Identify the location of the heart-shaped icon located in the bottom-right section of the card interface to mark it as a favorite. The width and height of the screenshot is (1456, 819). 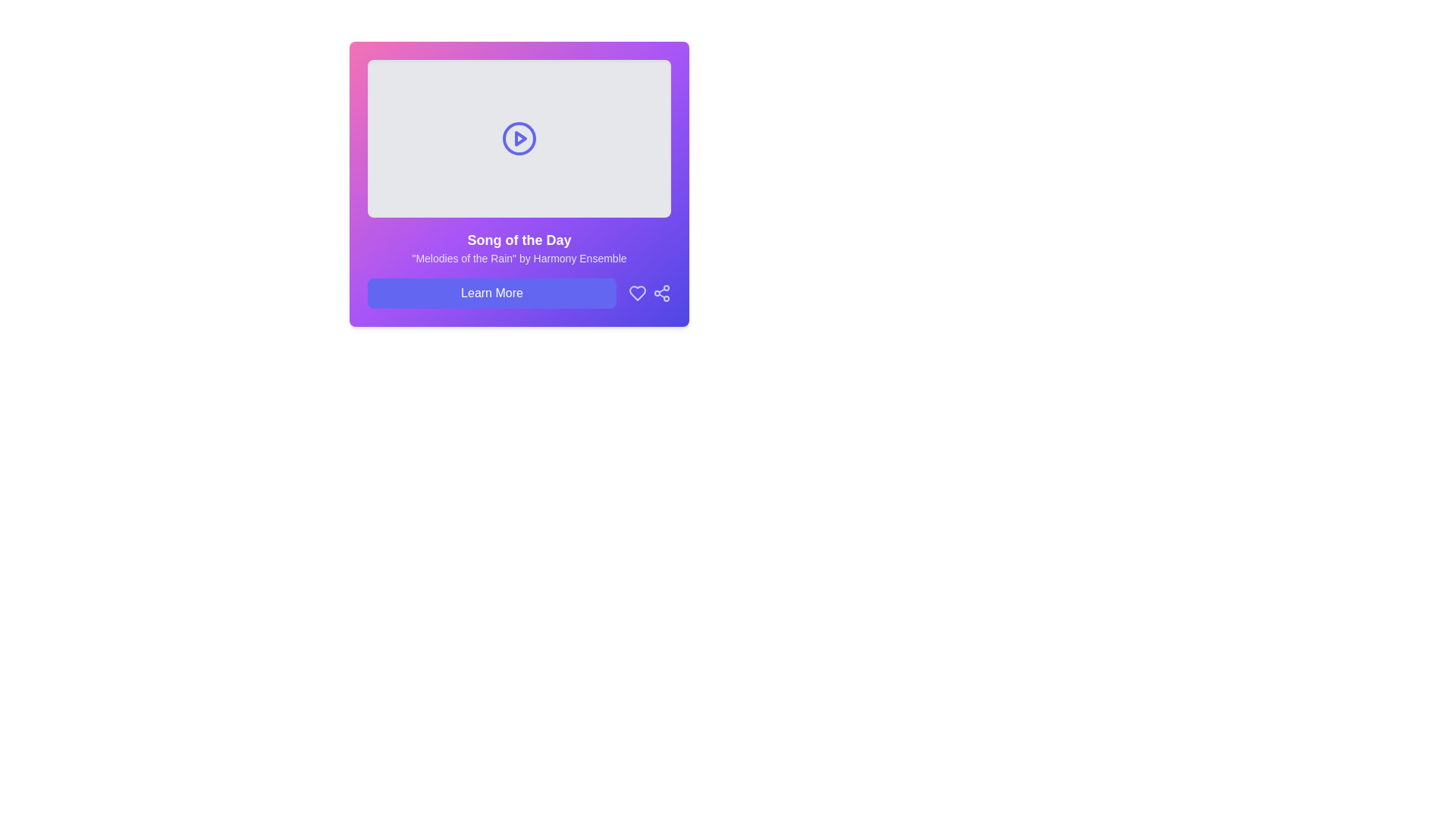
(637, 293).